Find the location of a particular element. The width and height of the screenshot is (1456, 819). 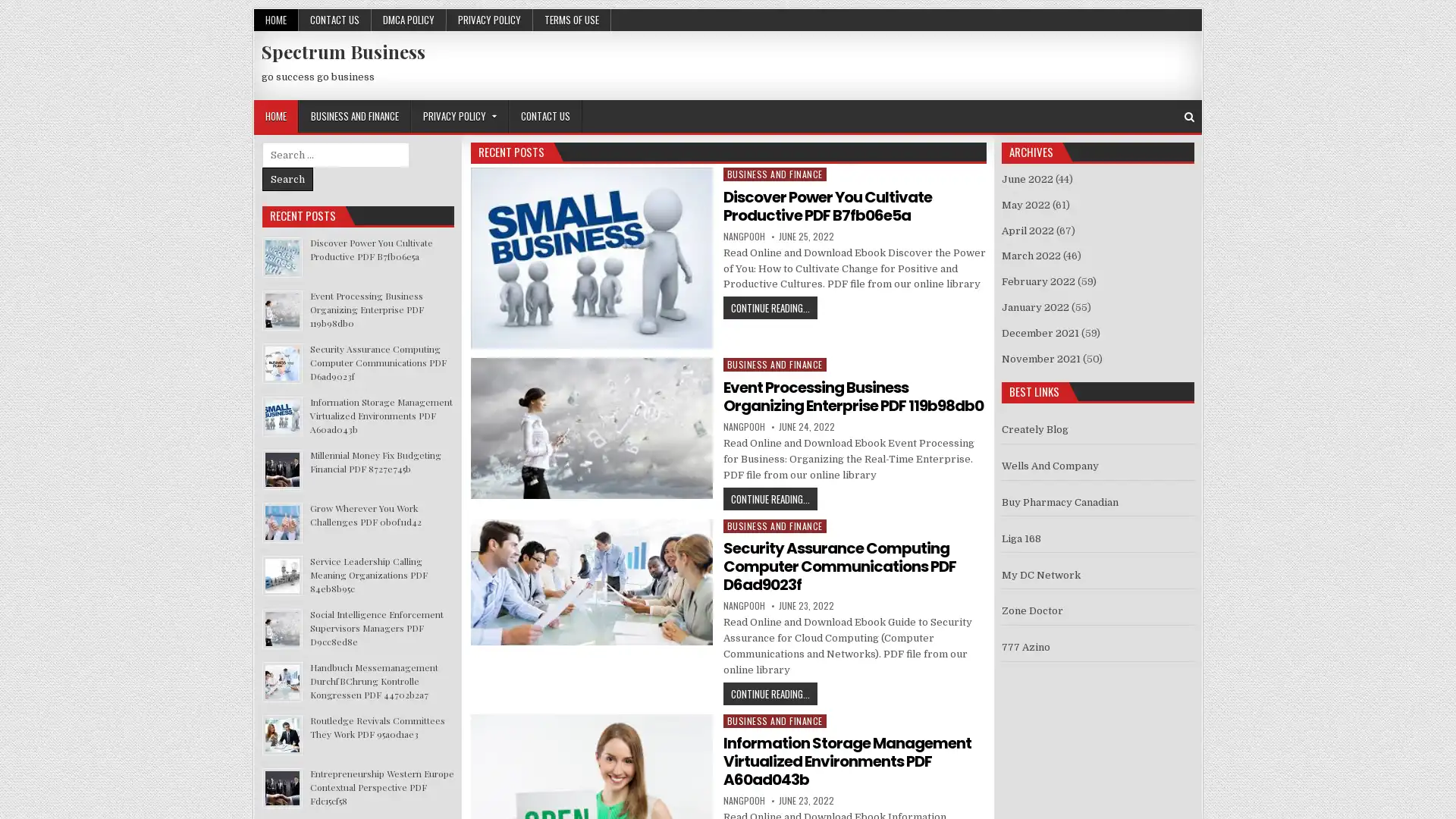

Search is located at coordinates (287, 178).